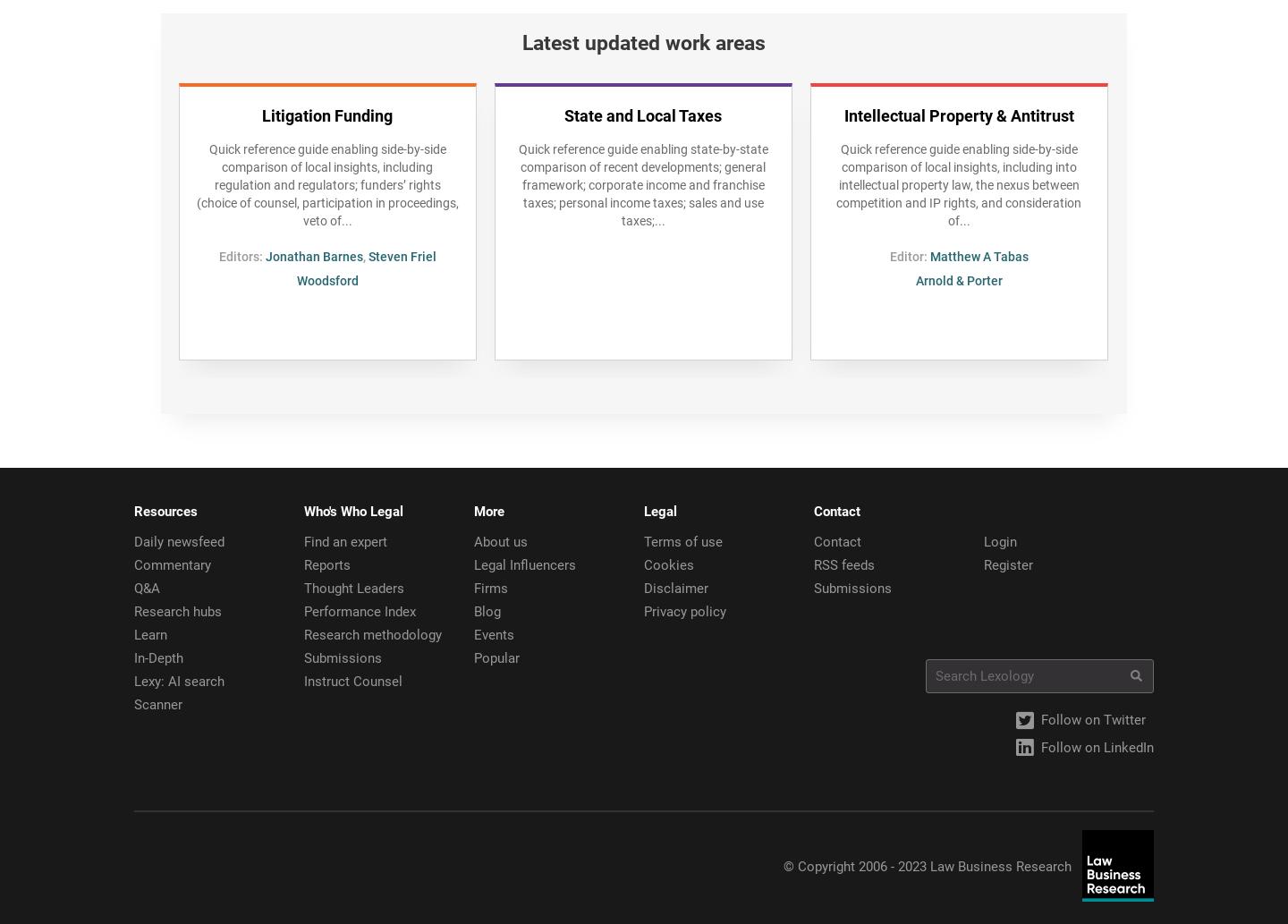 This screenshot has height=924, width=1288. What do you see at coordinates (487, 610) in the screenshot?
I see `'Blog'` at bounding box center [487, 610].